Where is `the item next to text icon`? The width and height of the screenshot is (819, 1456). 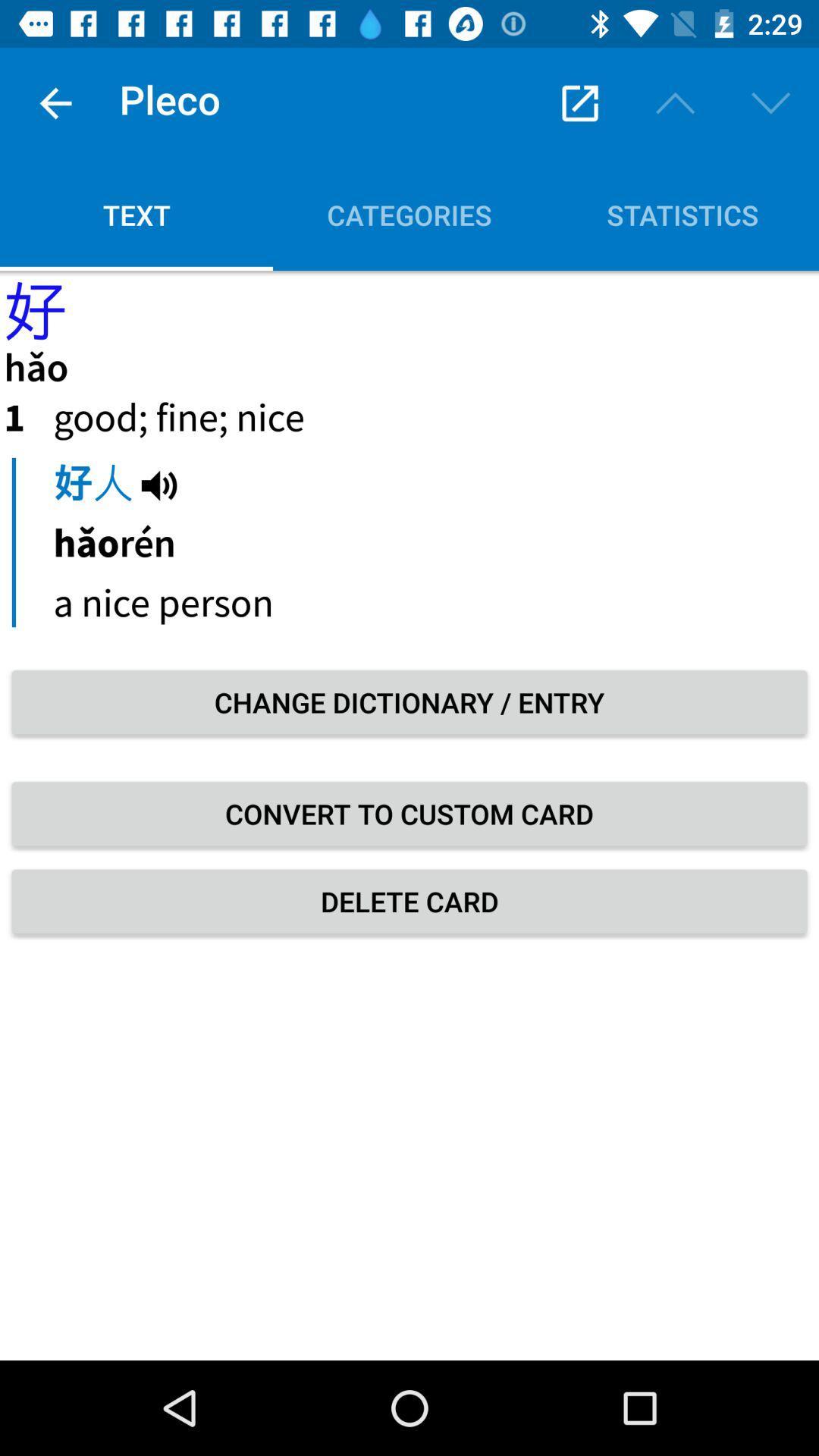 the item next to text icon is located at coordinates (579, 102).